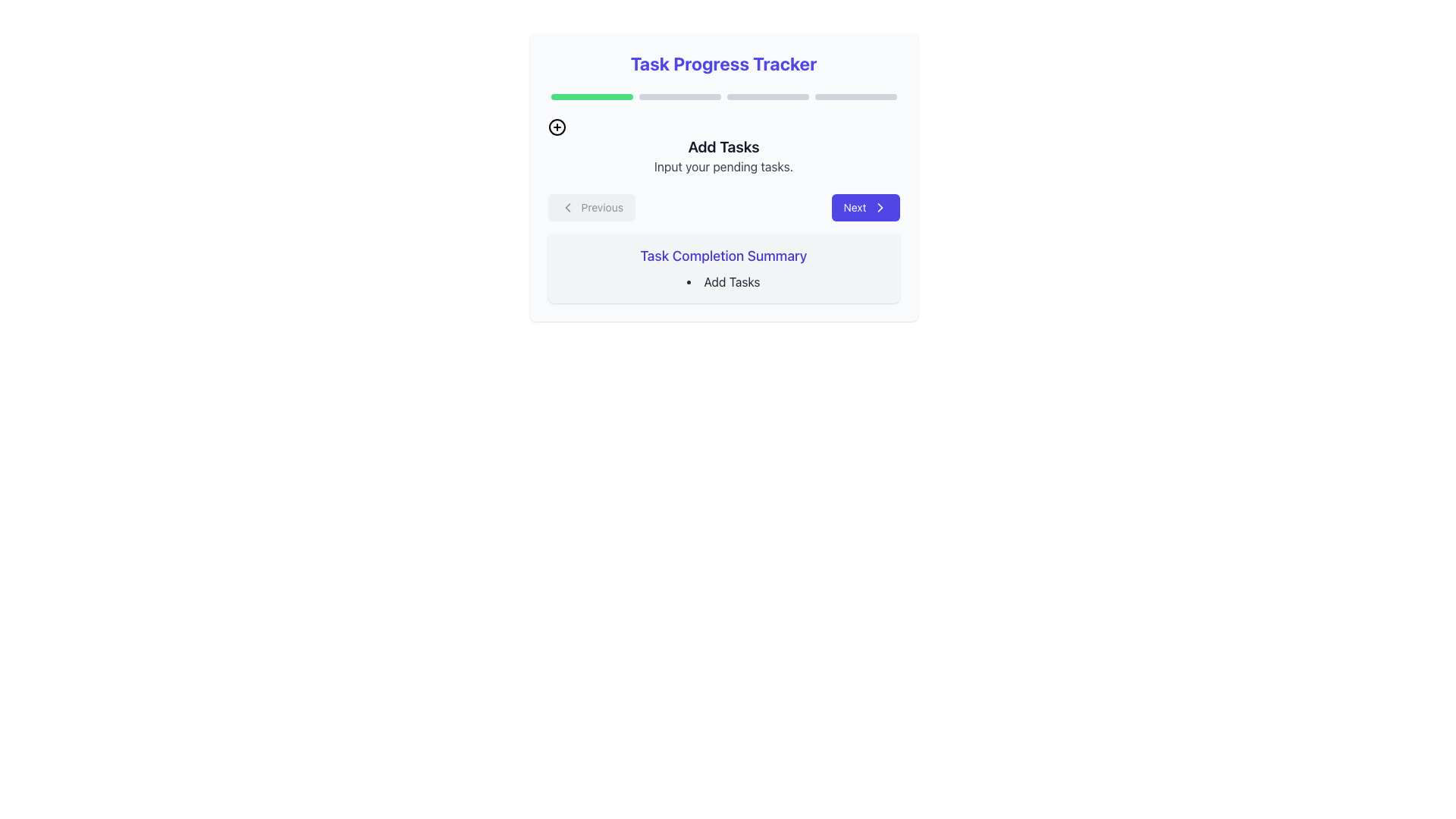 This screenshot has width=1456, height=819. What do you see at coordinates (591, 96) in the screenshot?
I see `the leftmost green Progress Bar Segment in the Task Progress Tracker, which is part of a set of four segments` at bounding box center [591, 96].